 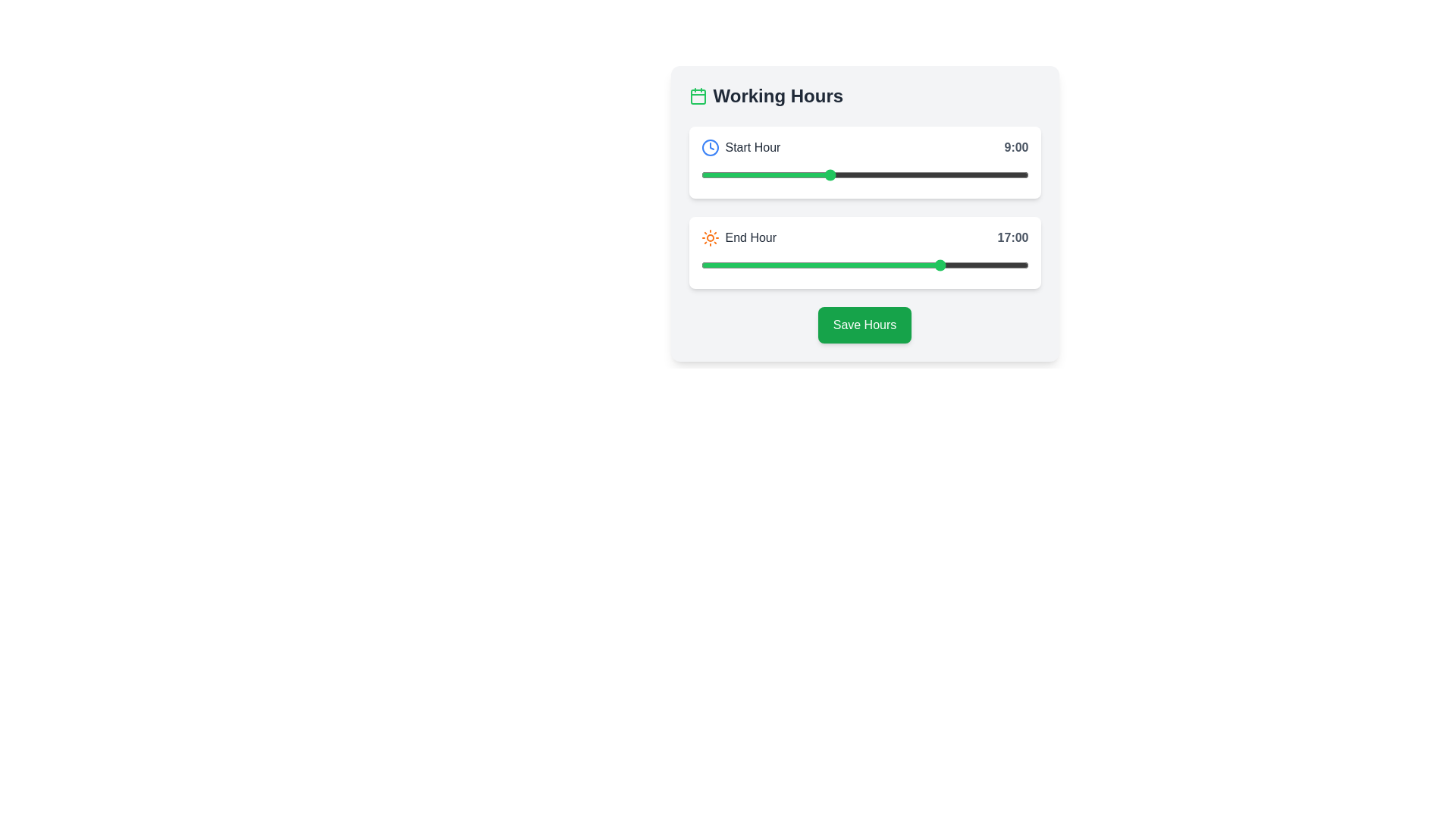 What do you see at coordinates (914, 174) in the screenshot?
I see `the start hour` at bounding box center [914, 174].